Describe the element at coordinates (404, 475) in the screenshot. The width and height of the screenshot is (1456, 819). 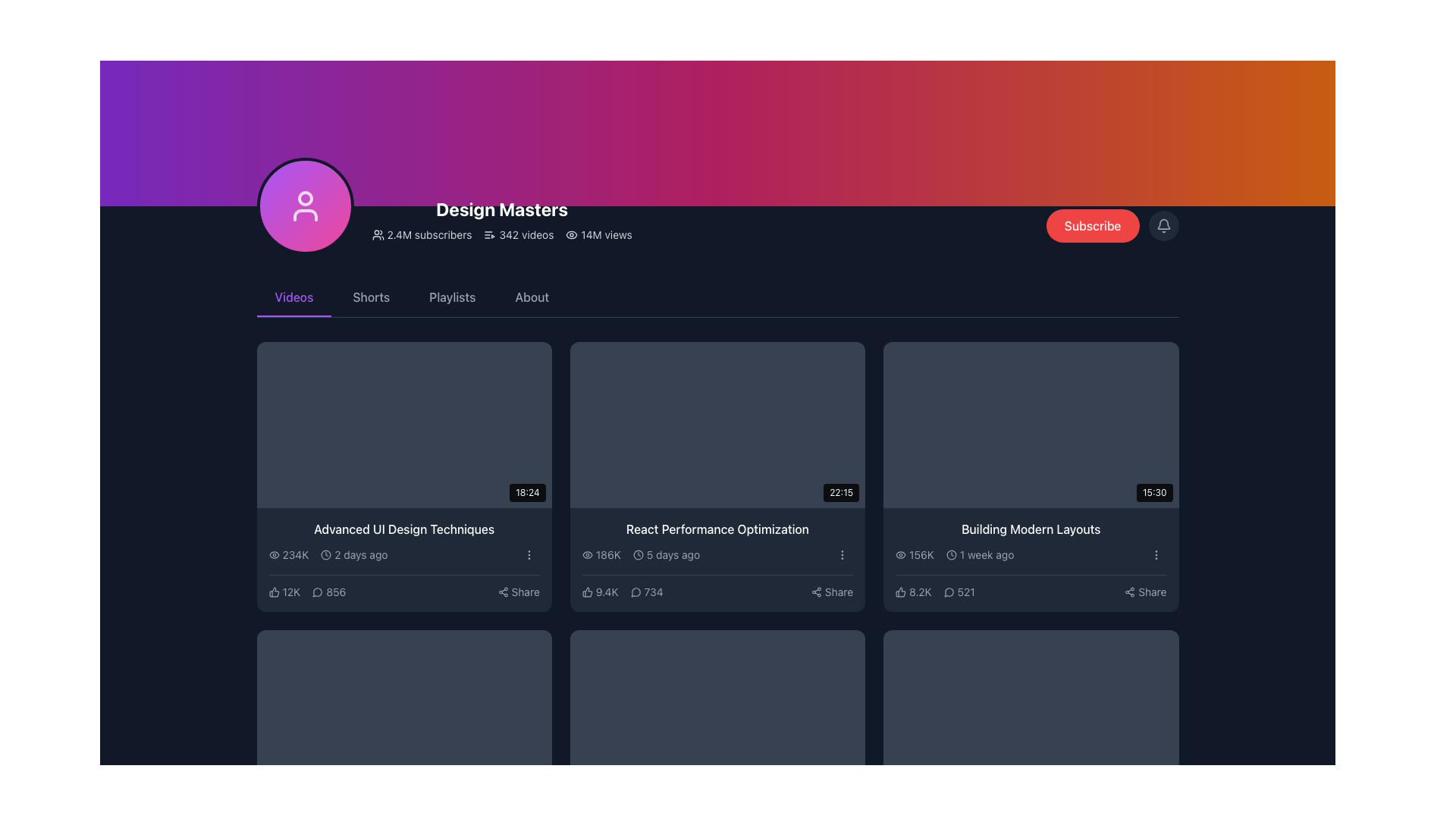
I see `the first video card in the grid layout` at that location.